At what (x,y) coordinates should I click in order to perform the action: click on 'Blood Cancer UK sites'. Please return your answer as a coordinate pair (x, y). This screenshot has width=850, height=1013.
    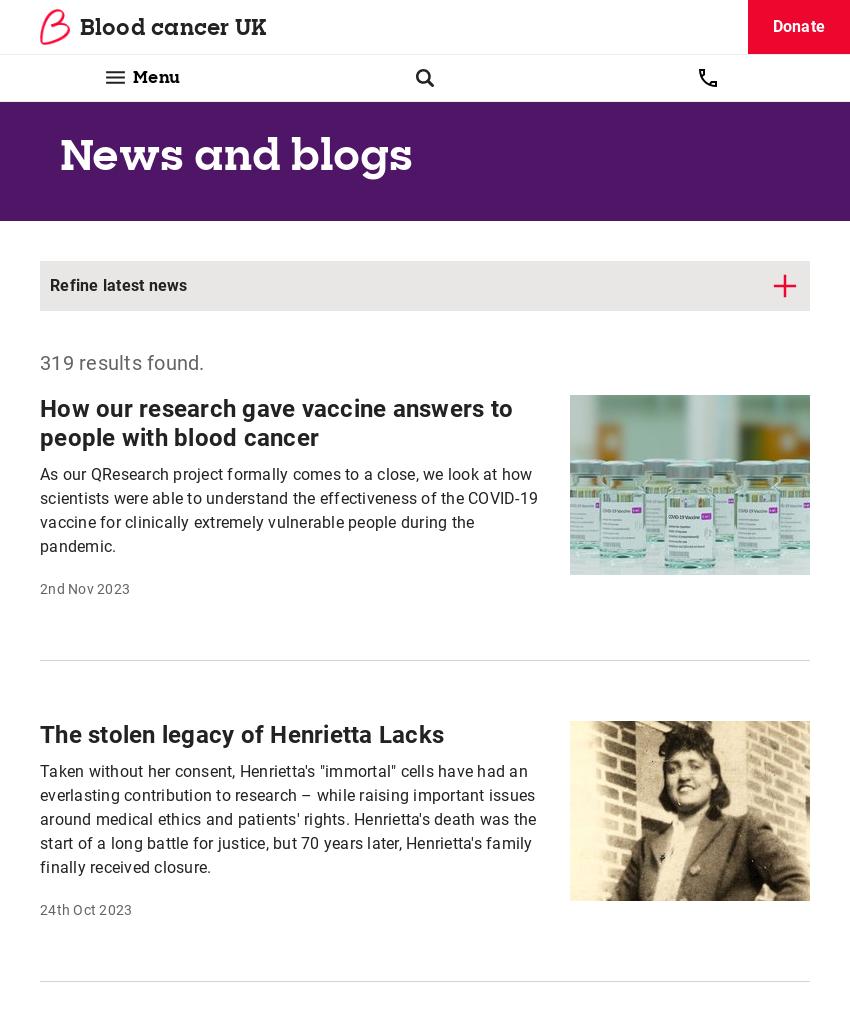
    Looking at the image, I should click on (535, 956).